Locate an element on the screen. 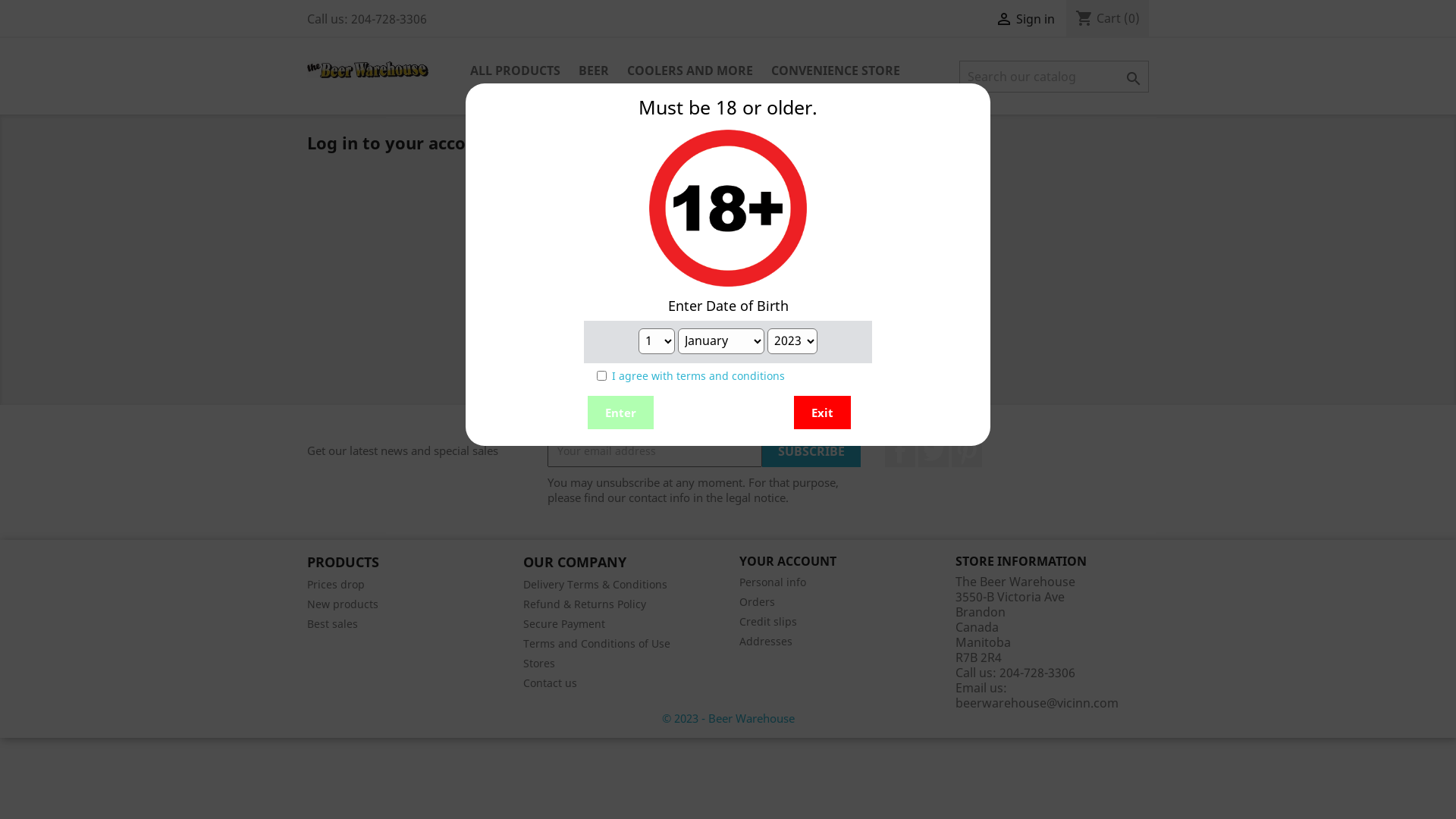  'Refund & Returns Policy' is located at coordinates (523, 603).